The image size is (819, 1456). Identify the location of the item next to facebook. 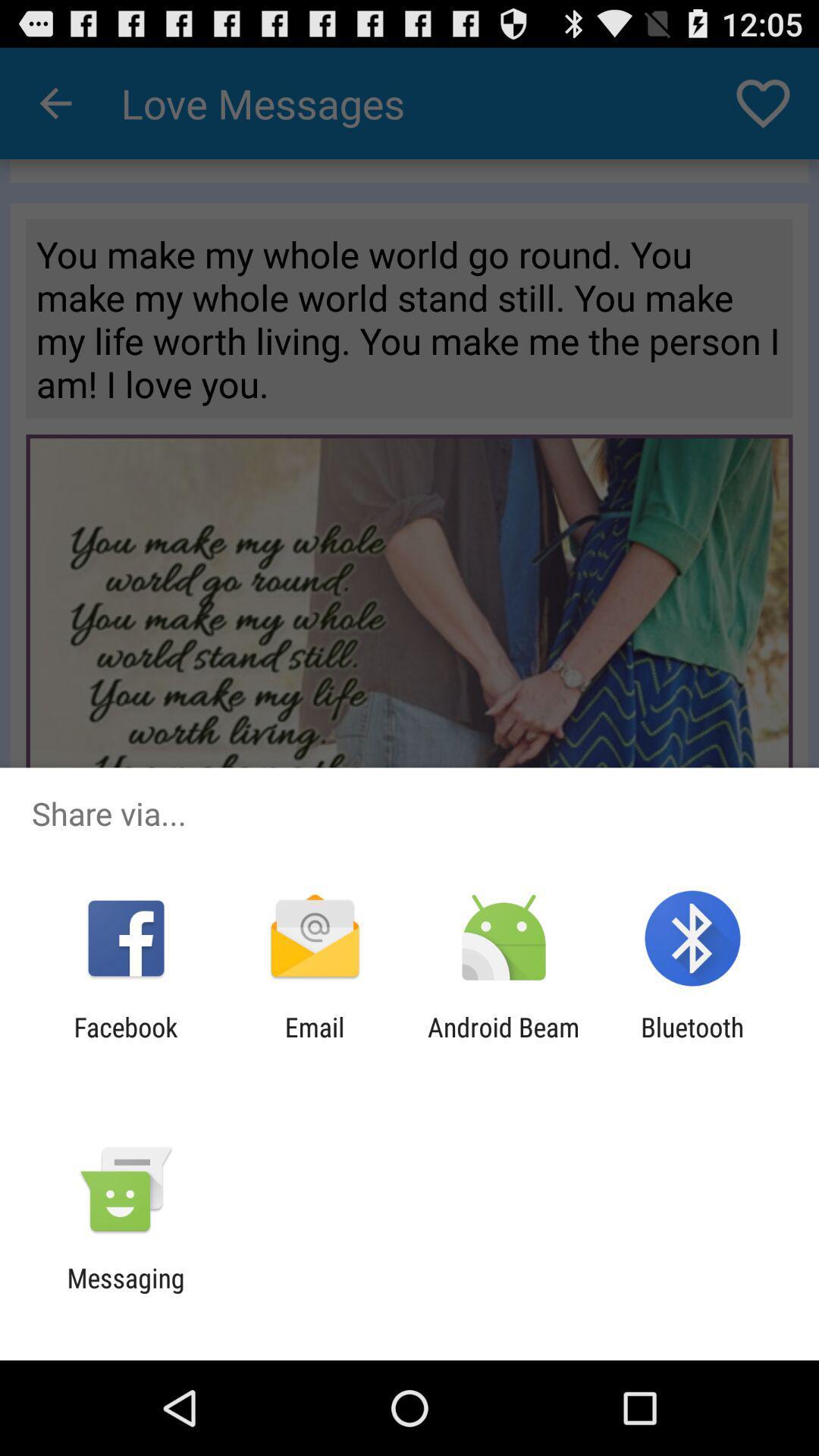
(314, 1042).